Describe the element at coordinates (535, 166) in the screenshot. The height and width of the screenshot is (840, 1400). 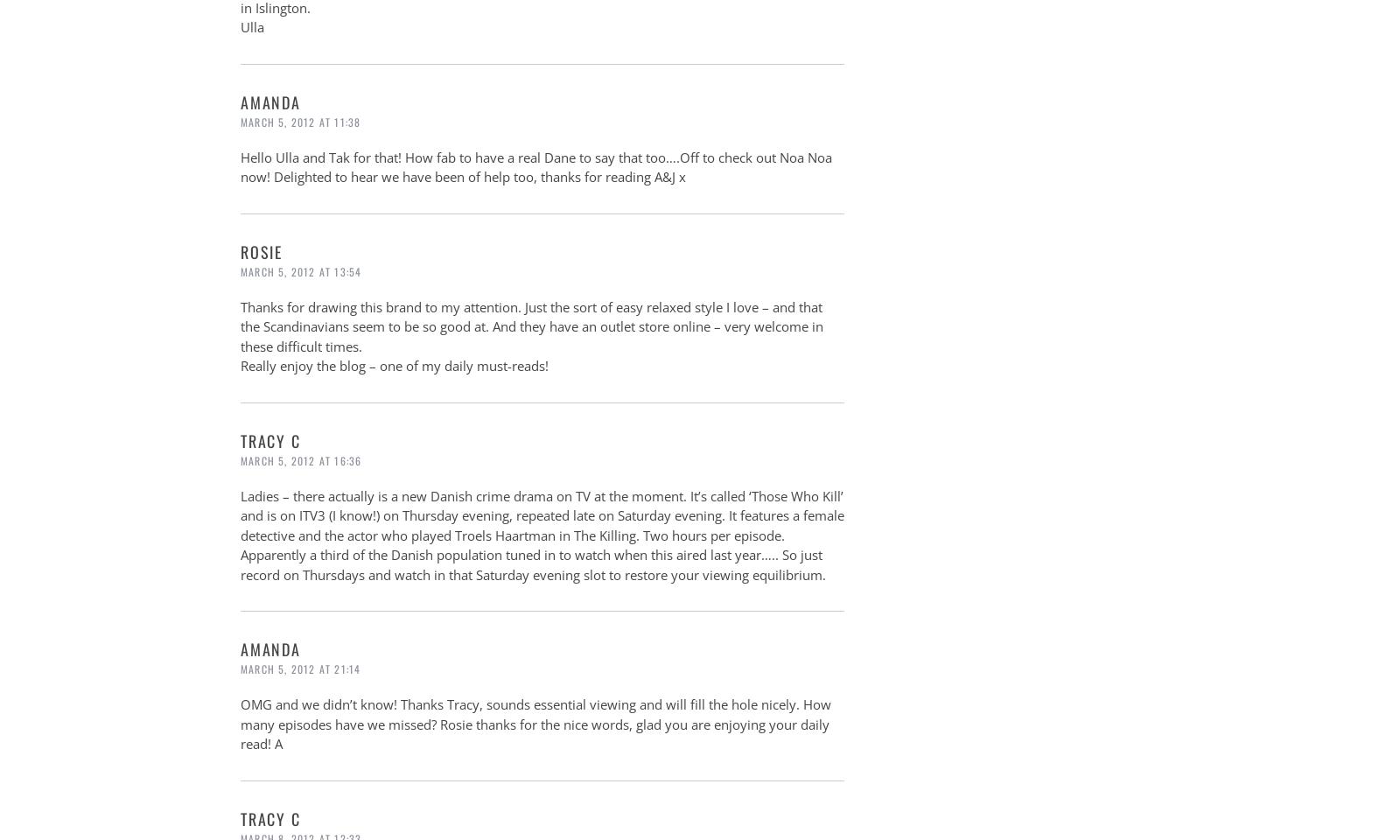
I see `'Hello Ulla and Tak for that! How fab to have a real Dane to say that too….Off to check out Noa Noa now! Delighted to hear we have been of help too, thanks for reading A&J x'` at that location.